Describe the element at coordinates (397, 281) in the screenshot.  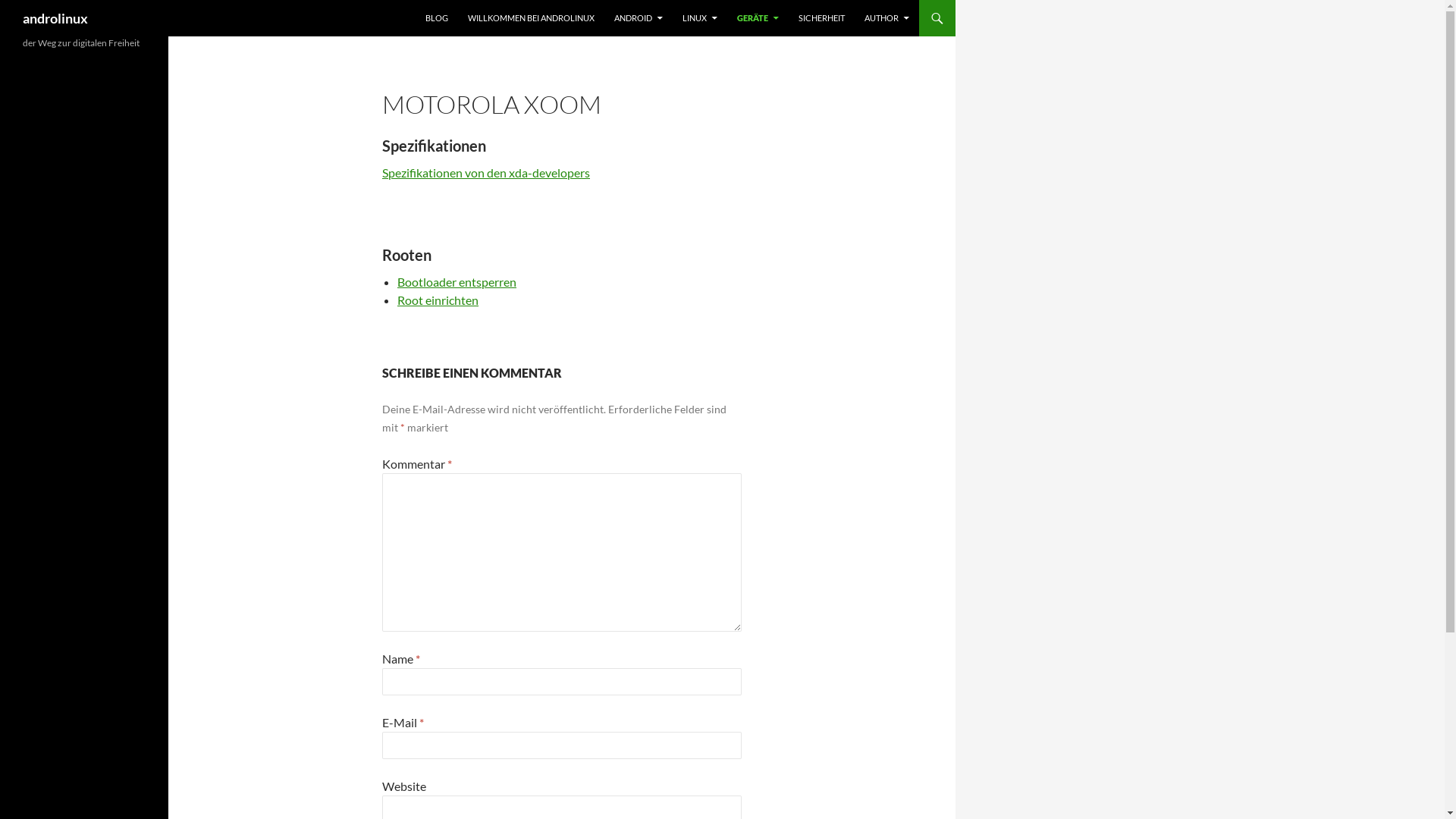
I see `'Bootloader entsperren'` at that location.